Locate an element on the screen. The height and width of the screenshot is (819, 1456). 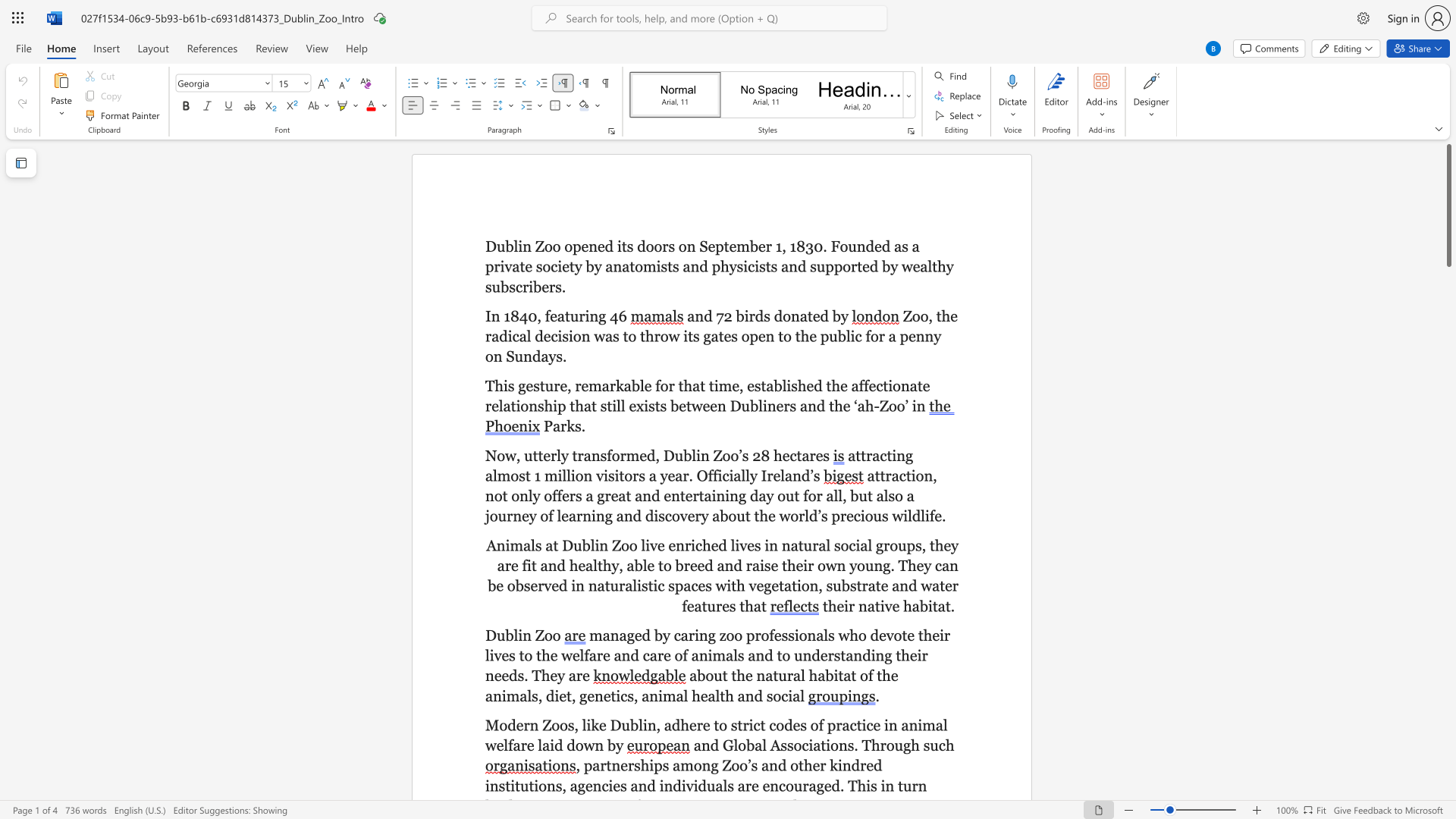
the 1th character "d" in the text is located at coordinates (707, 315).